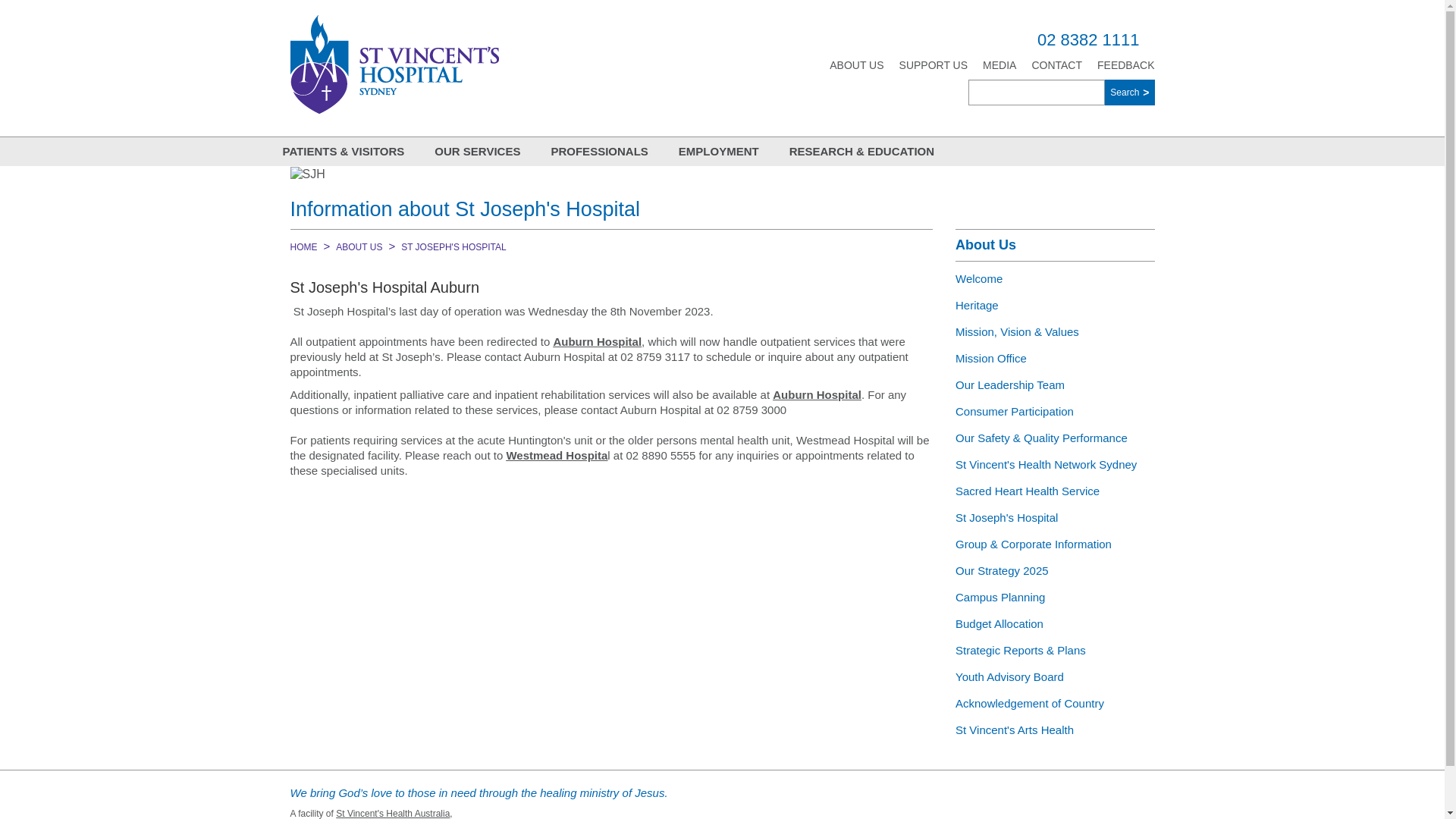 Image resolution: width=1456 pixels, height=819 pixels. I want to click on 'RESEARCH & EDUCATION', so click(861, 152).